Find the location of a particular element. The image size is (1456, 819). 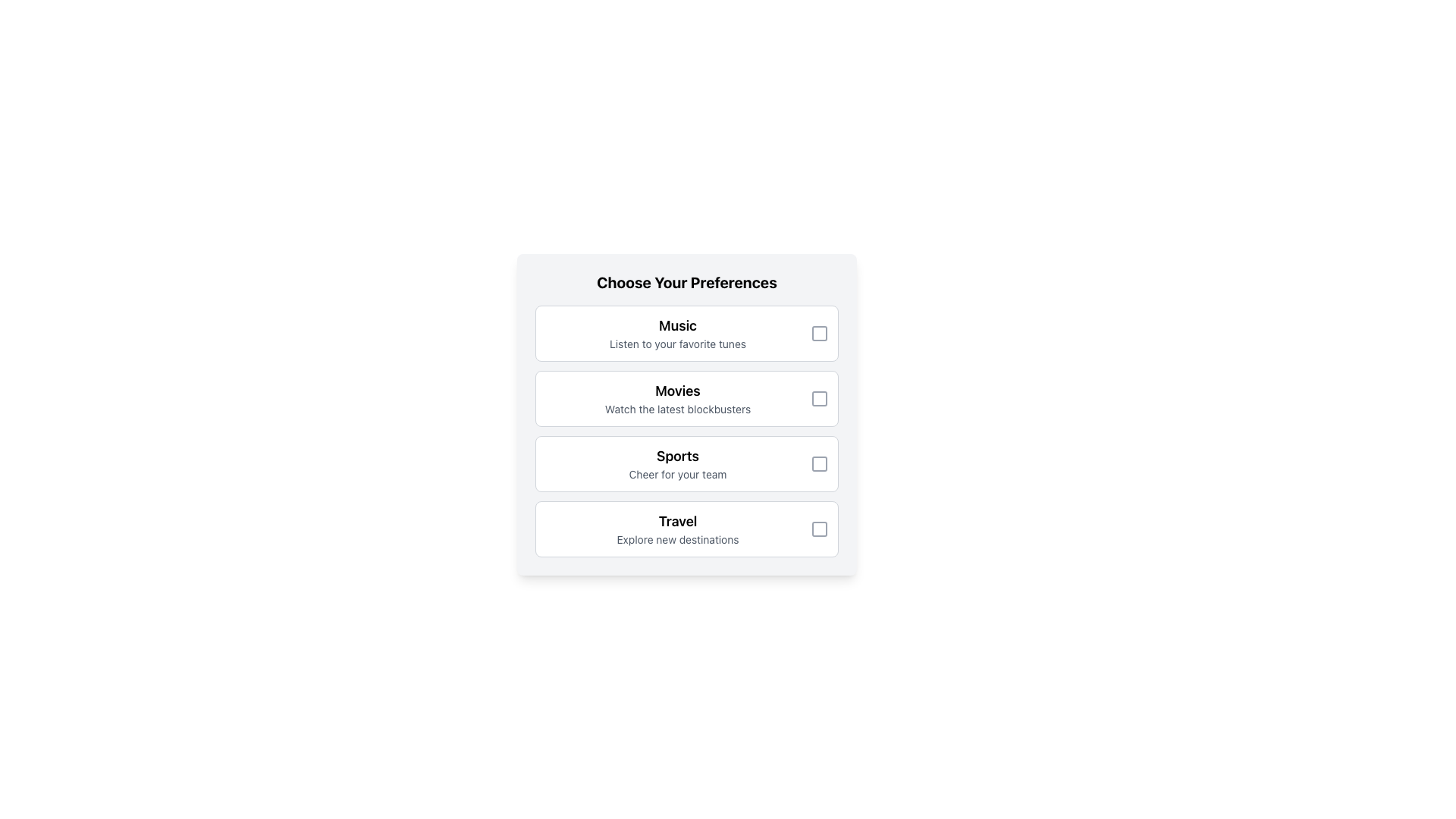

the 'Music' text label, which is a bold and larger font title aligned to the left, indicating it is the main heading for the section is located at coordinates (676, 325).